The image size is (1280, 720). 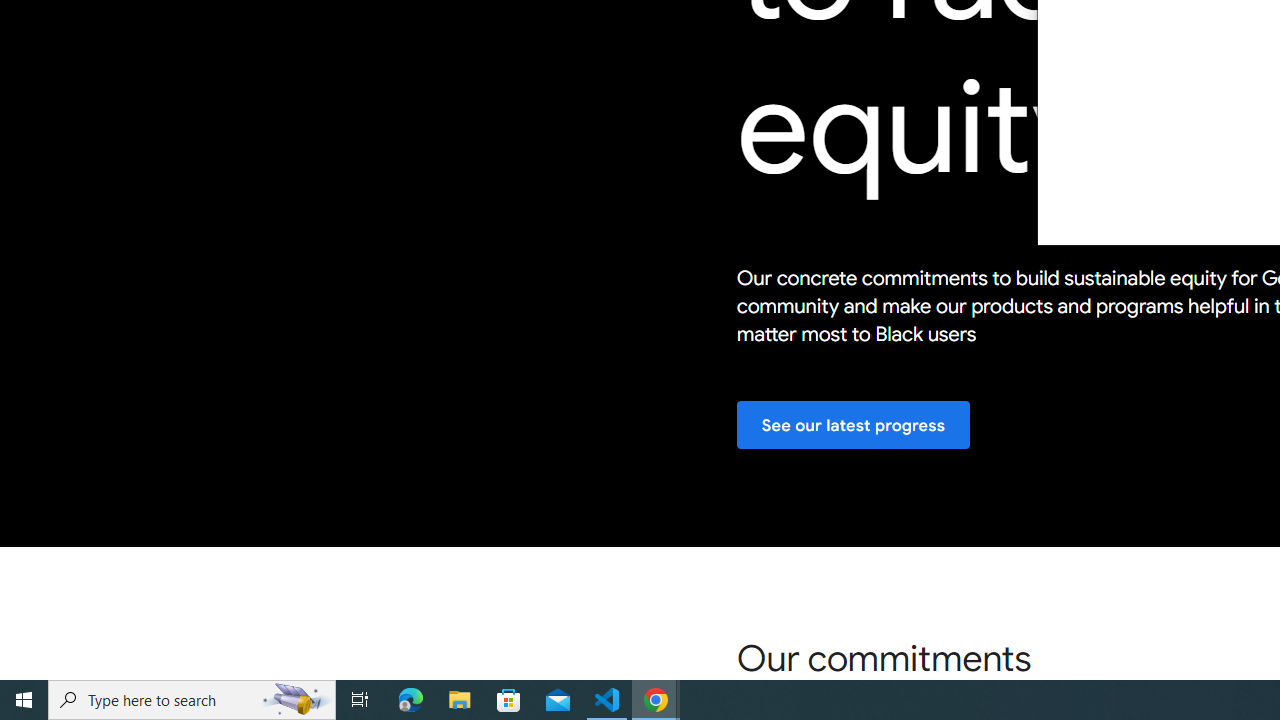 I want to click on 'Type here to search', so click(x=192, y=698).